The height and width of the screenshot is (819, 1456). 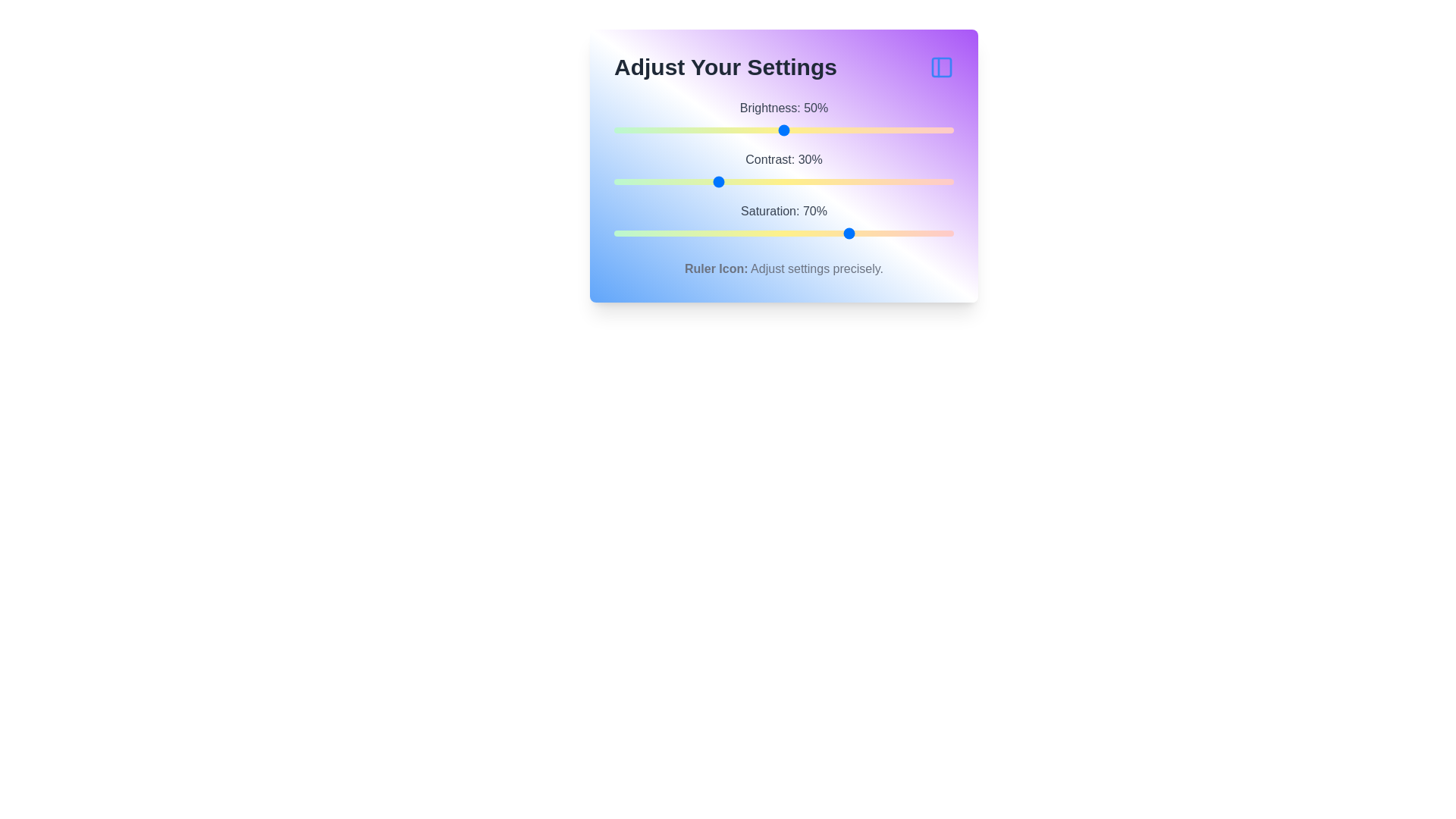 What do you see at coordinates (941, 66) in the screenshot?
I see `the sidebar icon at the top-right corner of the component` at bounding box center [941, 66].